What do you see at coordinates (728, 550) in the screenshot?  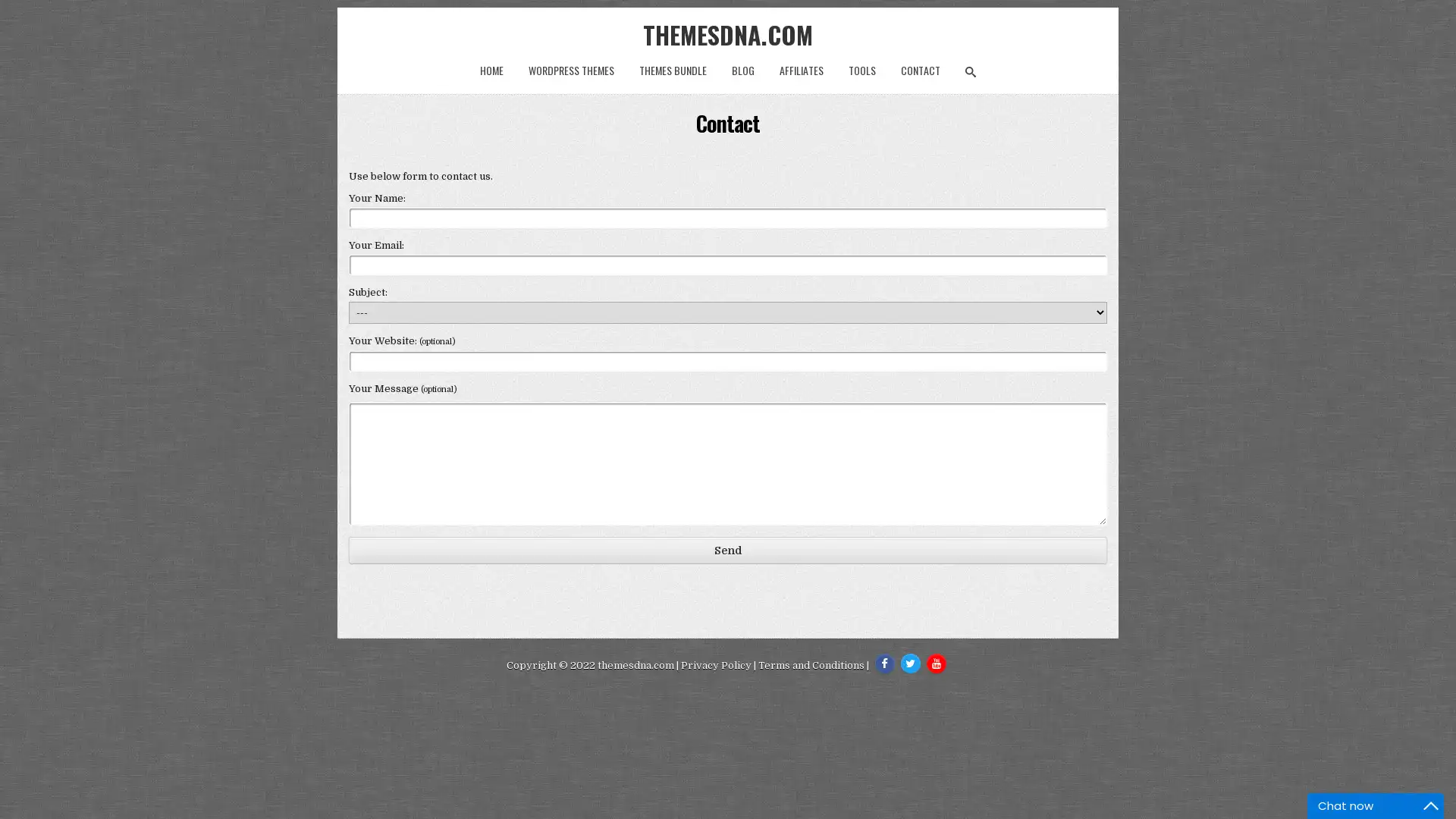 I see `Send` at bounding box center [728, 550].